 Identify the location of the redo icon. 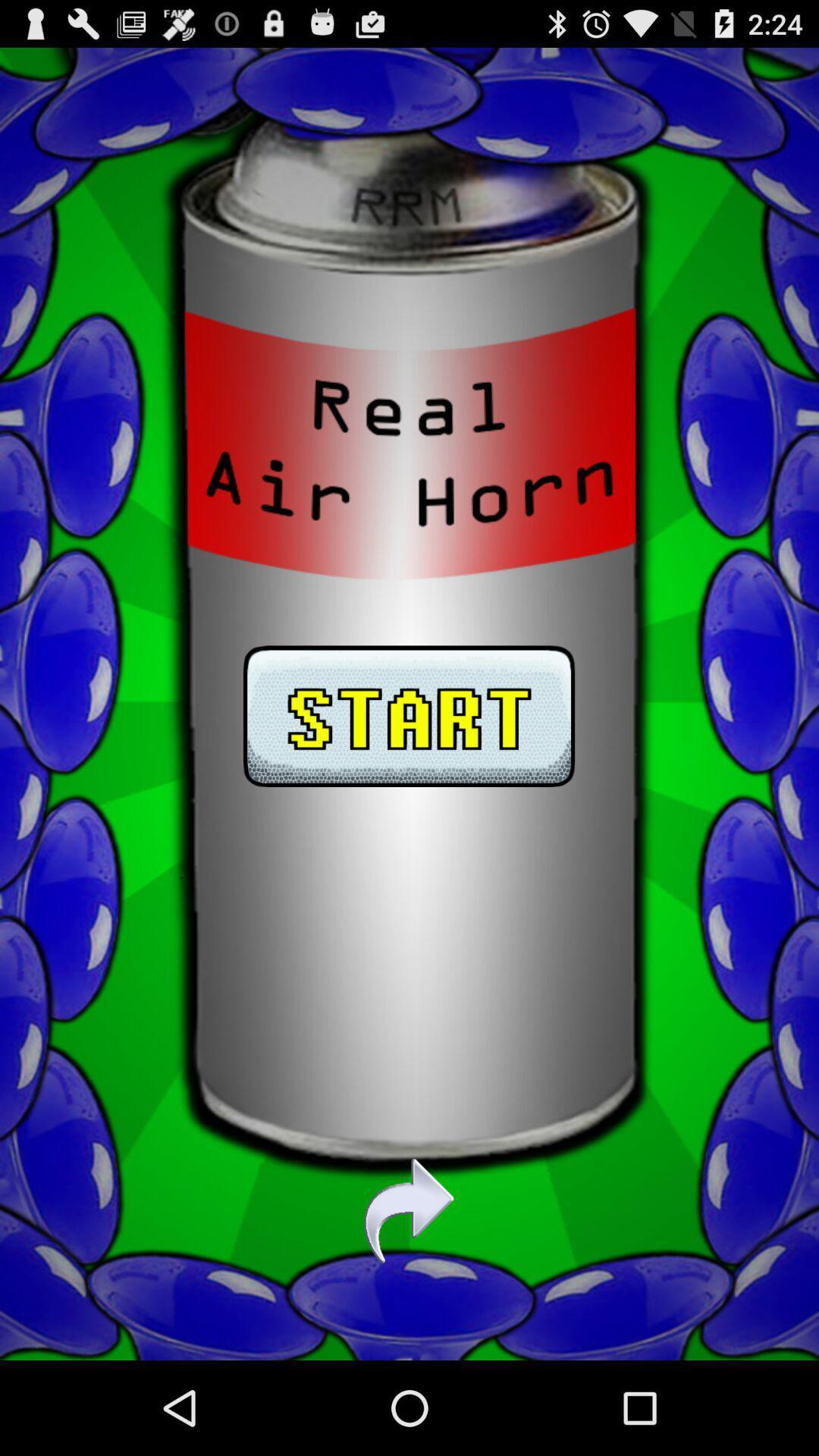
(408, 1295).